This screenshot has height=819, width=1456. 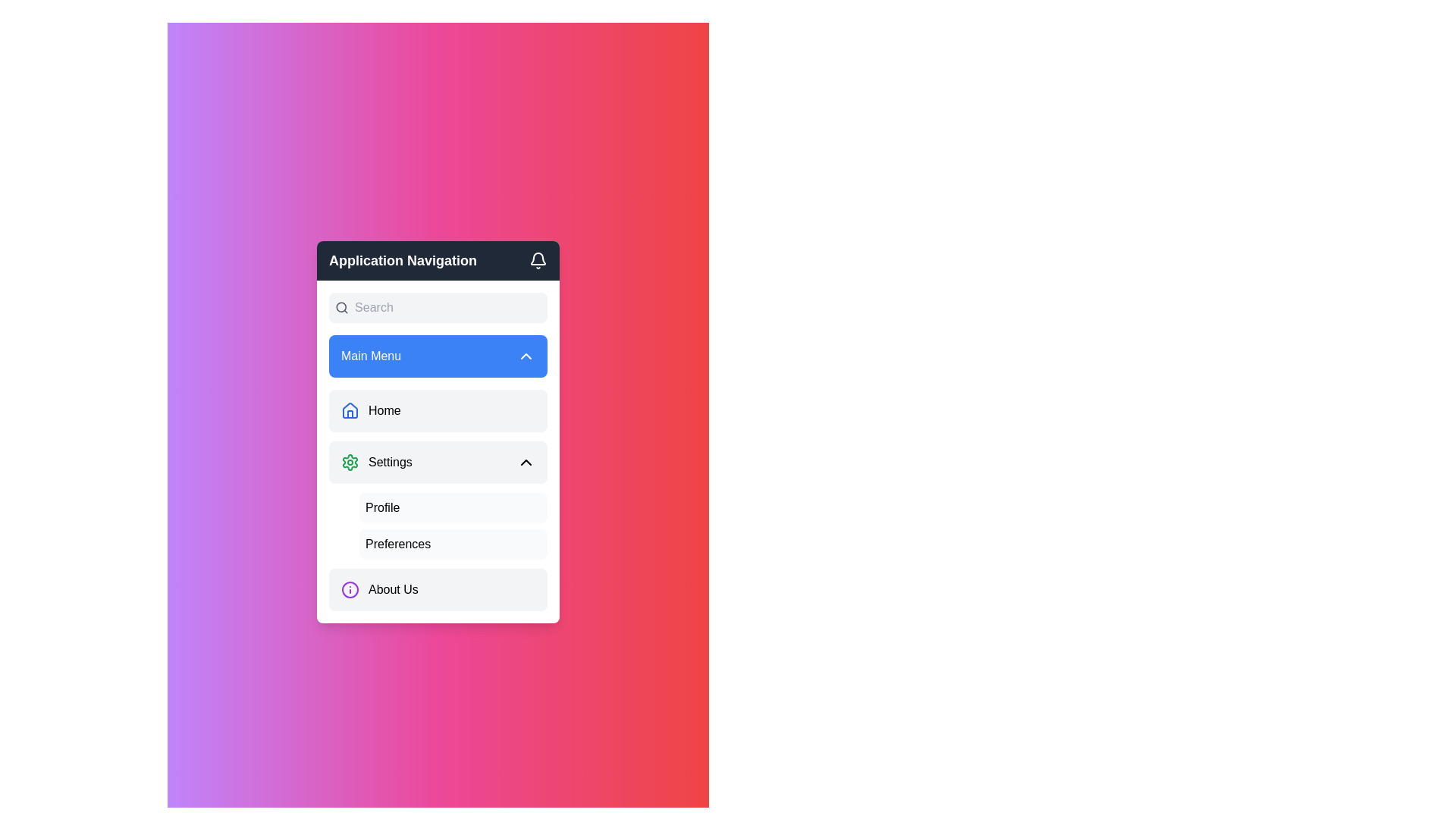 What do you see at coordinates (349, 461) in the screenshot?
I see `the 'Settings' icon located in the navigation menu, which signifies the 'Settings' functionality and is positioned before the text label 'Settings'` at bounding box center [349, 461].